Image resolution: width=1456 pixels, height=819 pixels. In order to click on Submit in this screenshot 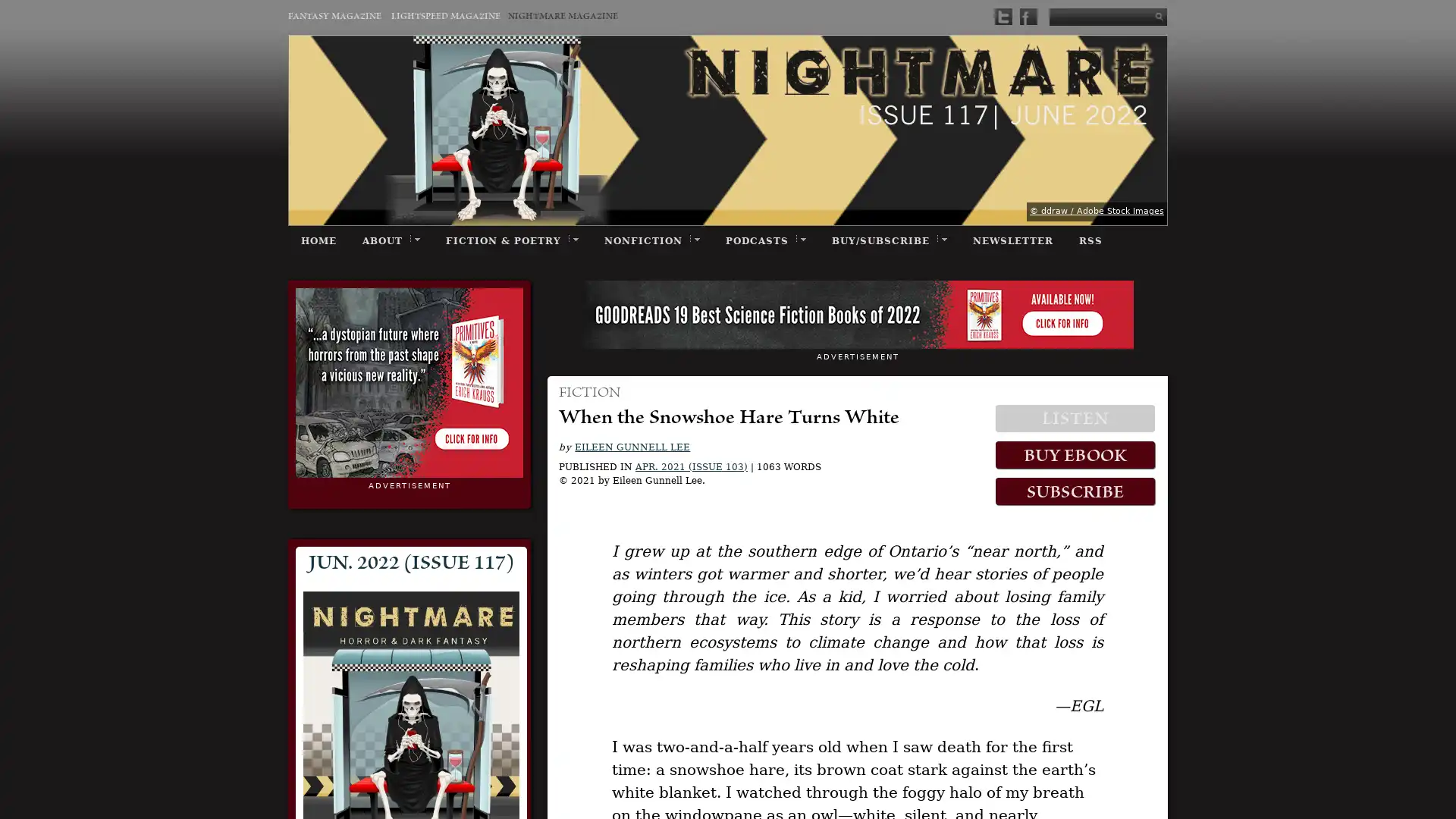, I will do `click(1175, 16)`.